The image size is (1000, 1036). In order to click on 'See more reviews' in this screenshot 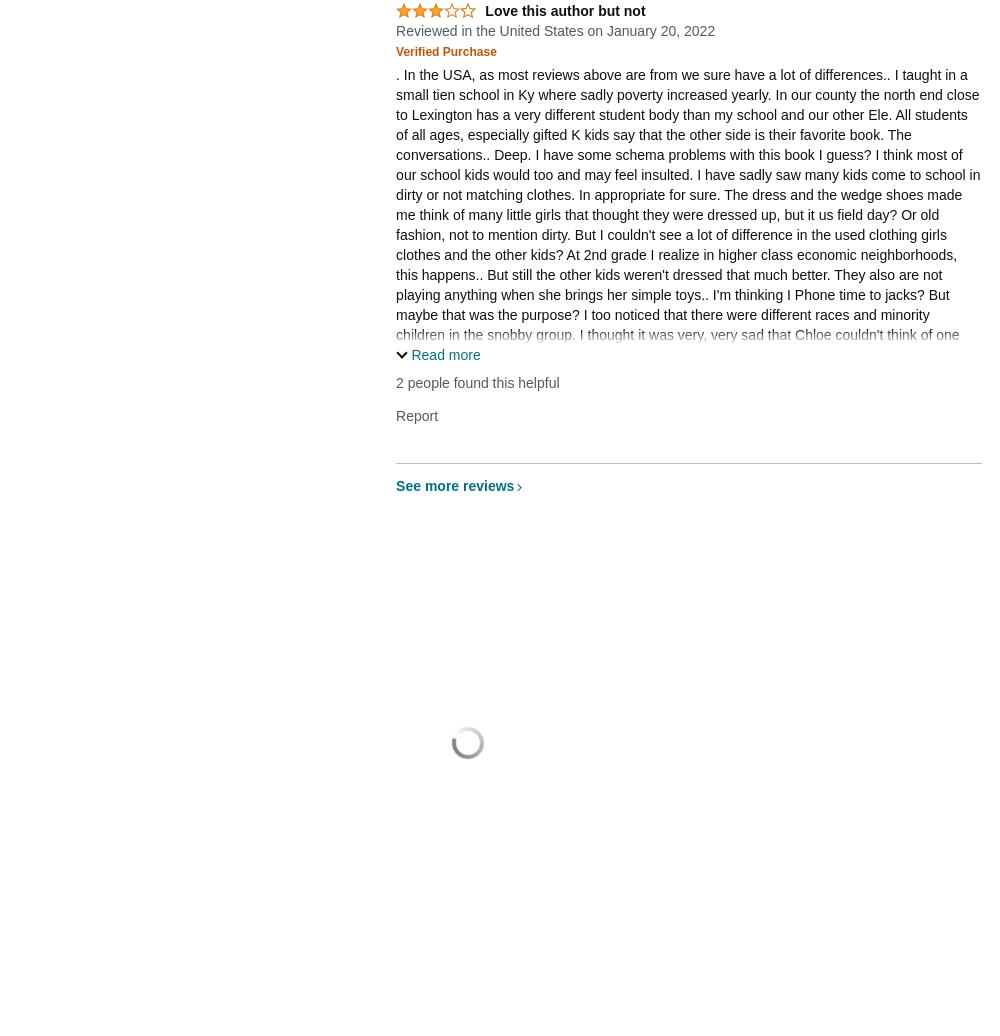, I will do `click(396, 485)`.